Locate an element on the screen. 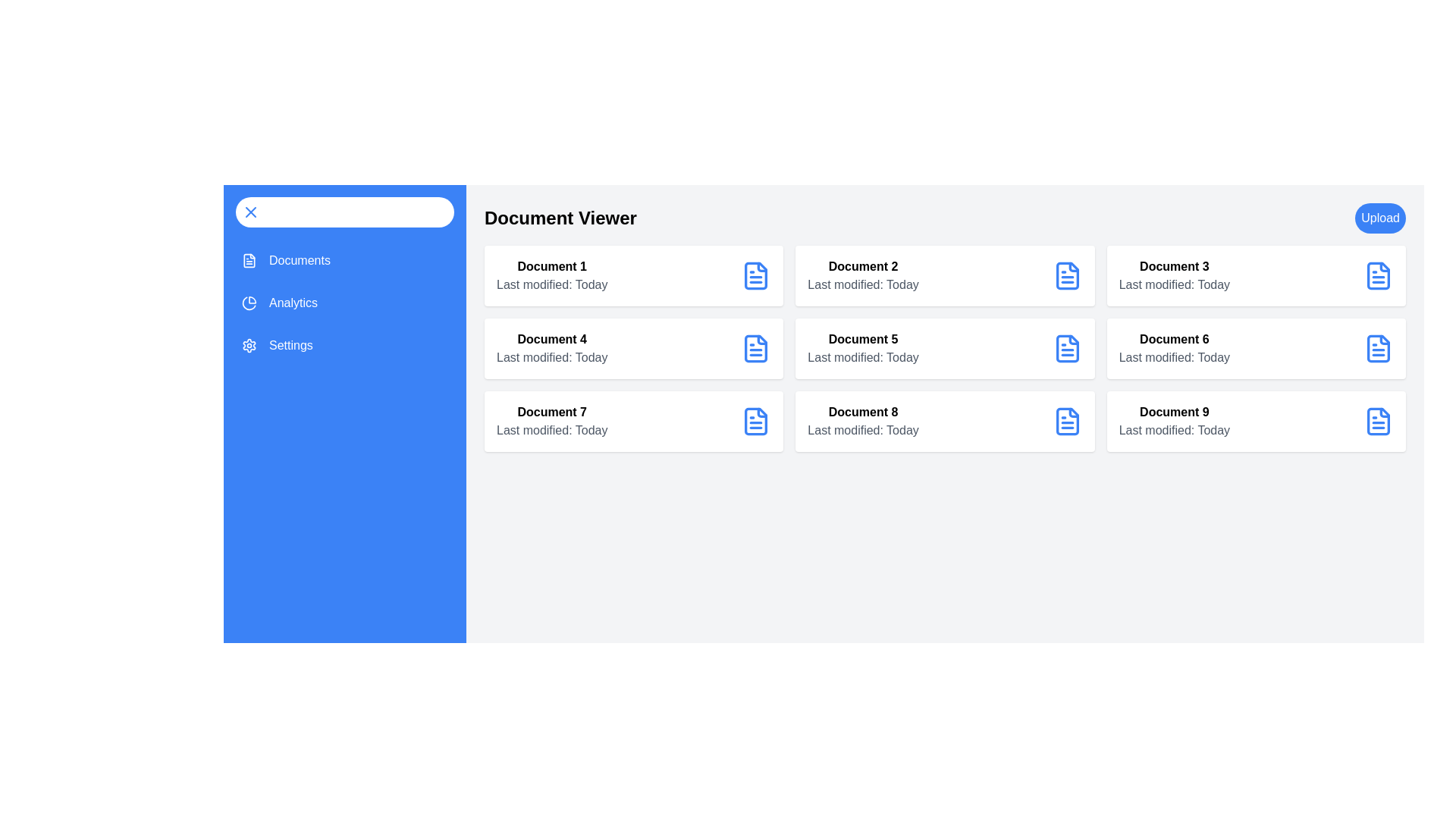 This screenshot has width=1456, height=819. the menu item Settings from the sidebar menu is located at coordinates (344, 345).